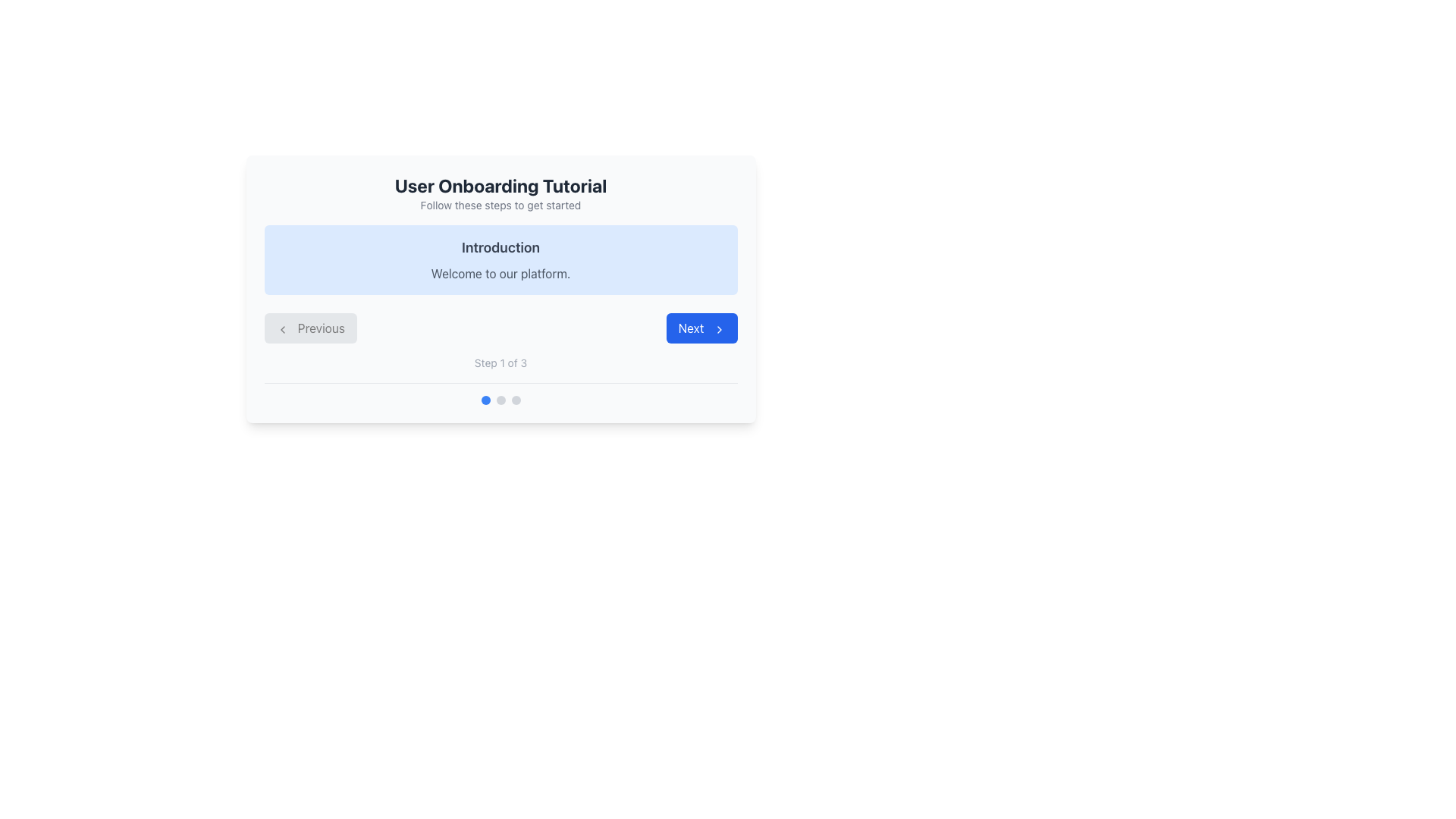 This screenshot has width=1456, height=819. What do you see at coordinates (282, 328) in the screenshot?
I see `the chevron icon indicating navigation to the previous step, located inside the 'Previous' button in the onboarding dialog` at bounding box center [282, 328].